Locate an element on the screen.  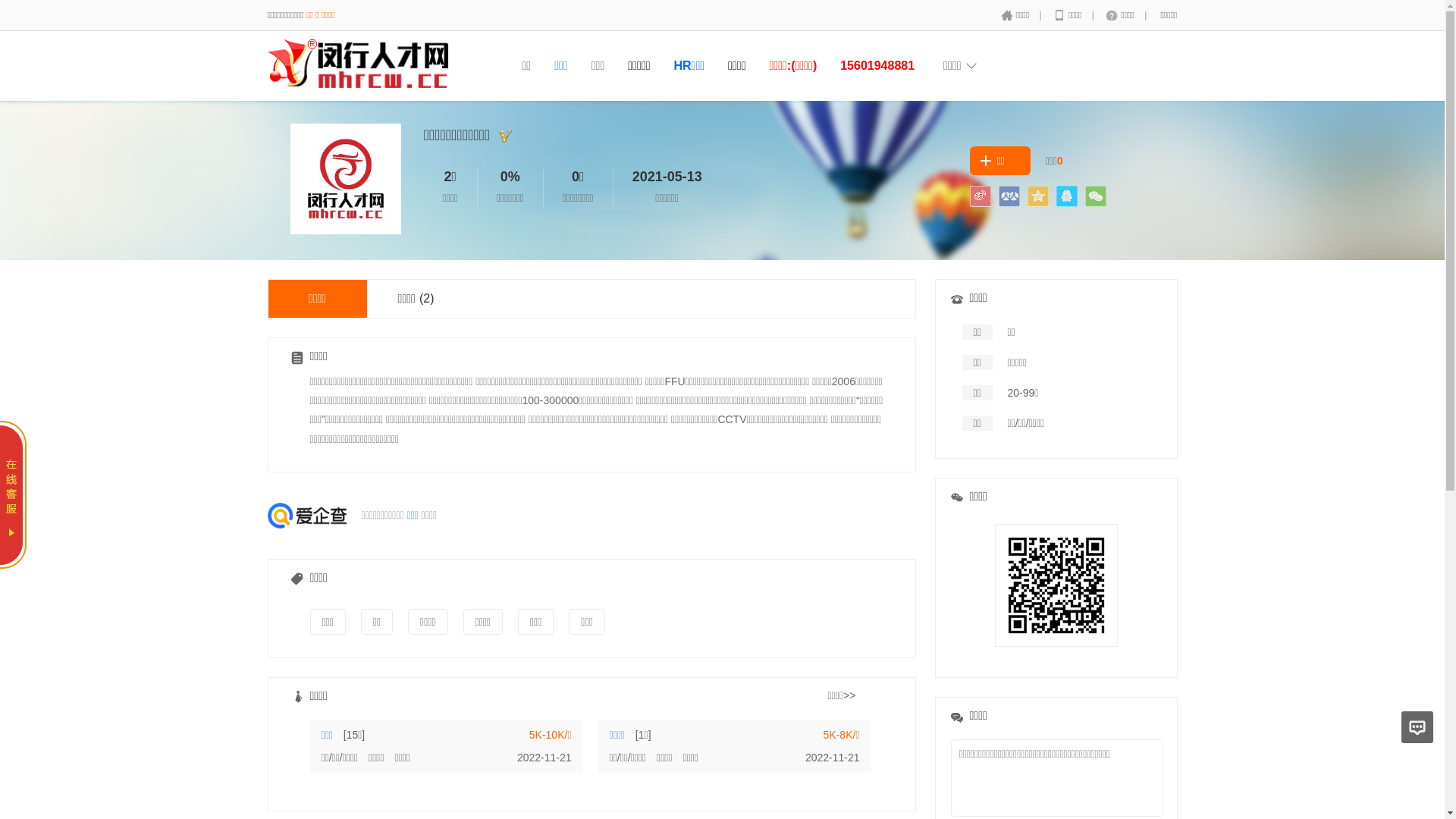
'15601948881' is located at coordinates (877, 64).